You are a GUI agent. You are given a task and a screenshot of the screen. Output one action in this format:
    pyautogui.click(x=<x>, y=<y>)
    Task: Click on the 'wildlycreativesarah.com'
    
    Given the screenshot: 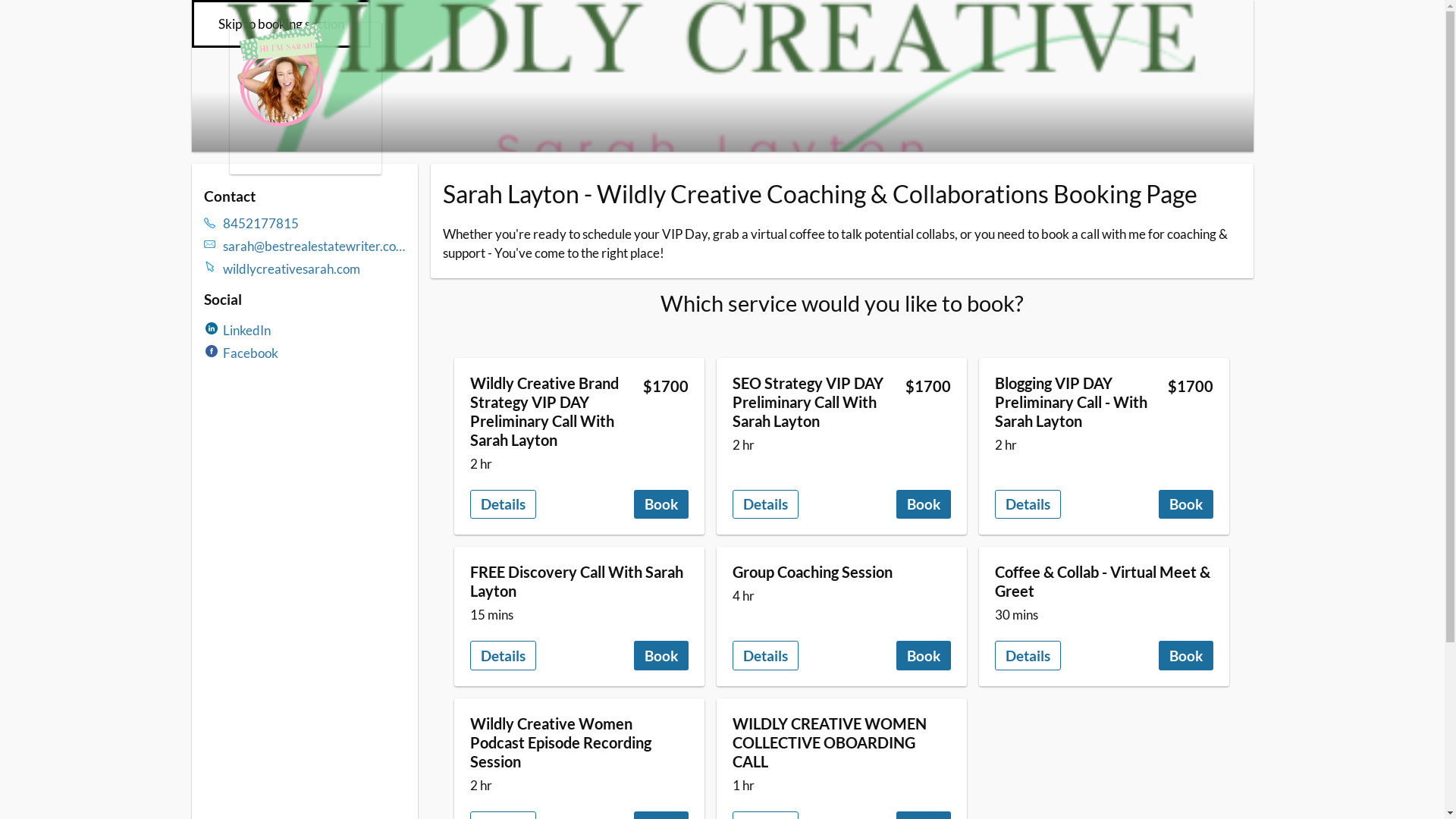 What is the action you would take?
    pyautogui.click(x=313, y=268)
    